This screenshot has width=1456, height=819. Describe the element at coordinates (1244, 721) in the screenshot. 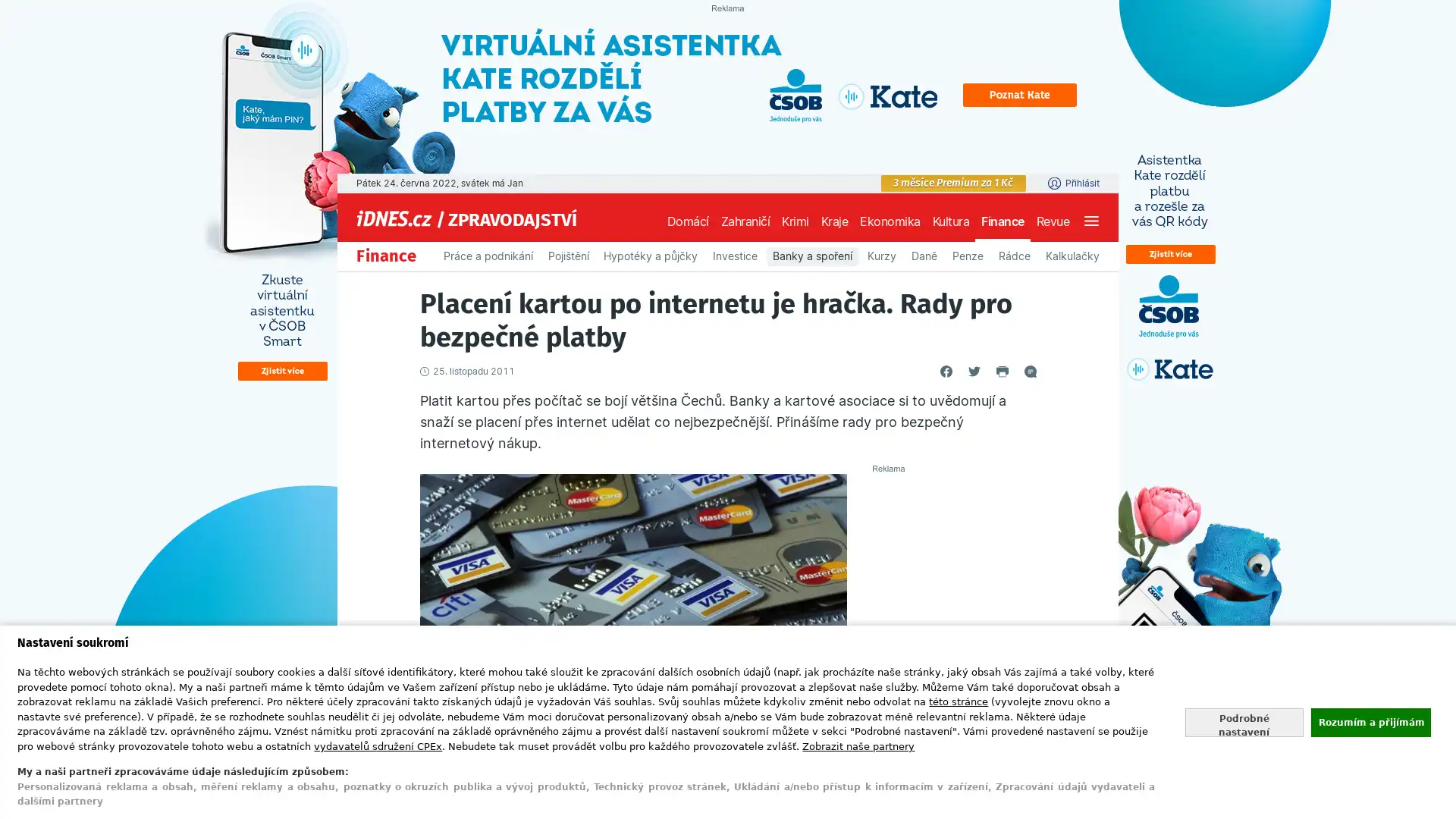

I see `Nastavte sve souhlasy` at that location.